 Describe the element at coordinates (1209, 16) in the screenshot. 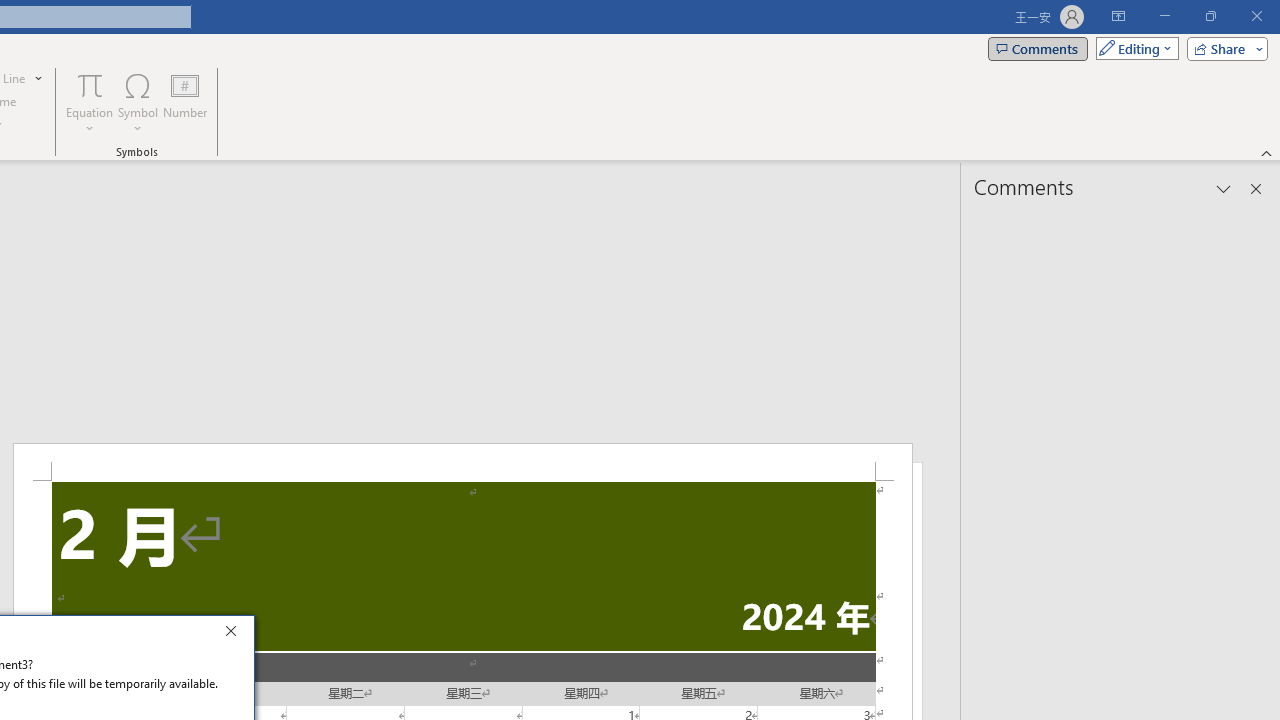

I see `'Restore Down'` at that location.